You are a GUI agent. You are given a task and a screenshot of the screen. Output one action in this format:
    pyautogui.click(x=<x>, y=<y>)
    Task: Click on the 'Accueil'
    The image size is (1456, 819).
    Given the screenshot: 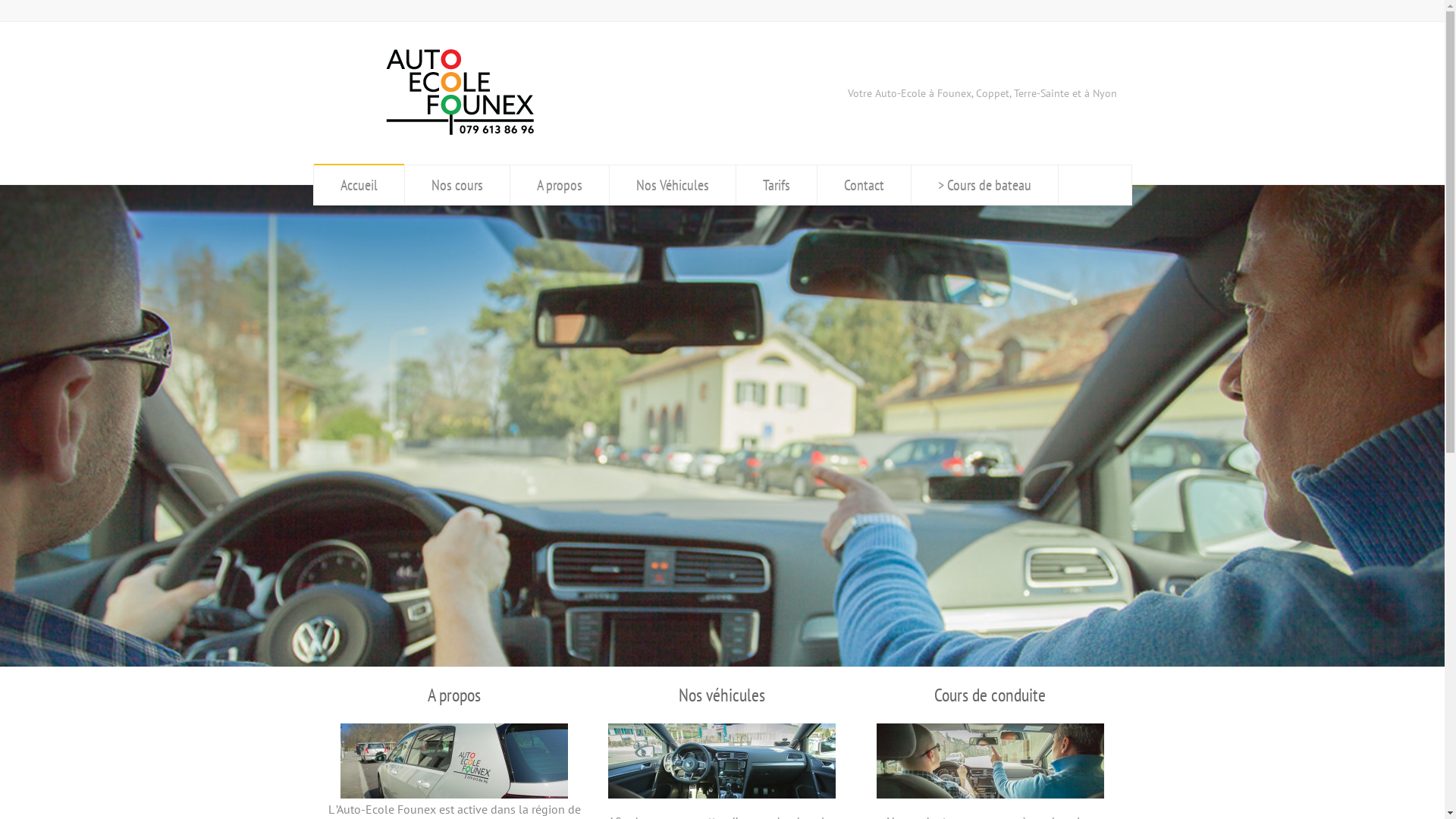 What is the action you would take?
    pyautogui.click(x=358, y=184)
    